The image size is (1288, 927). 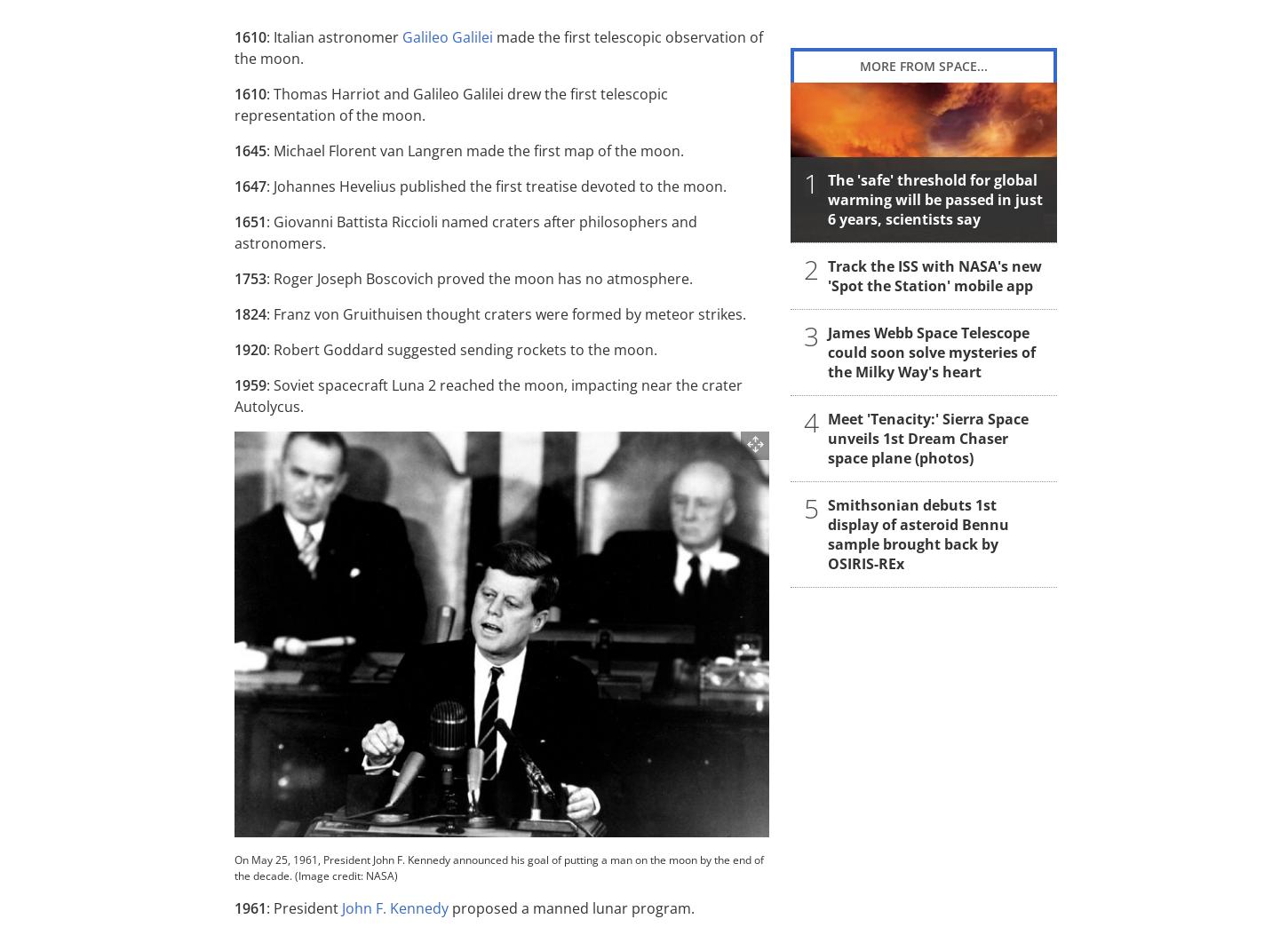 What do you see at coordinates (810, 506) in the screenshot?
I see `'5'` at bounding box center [810, 506].